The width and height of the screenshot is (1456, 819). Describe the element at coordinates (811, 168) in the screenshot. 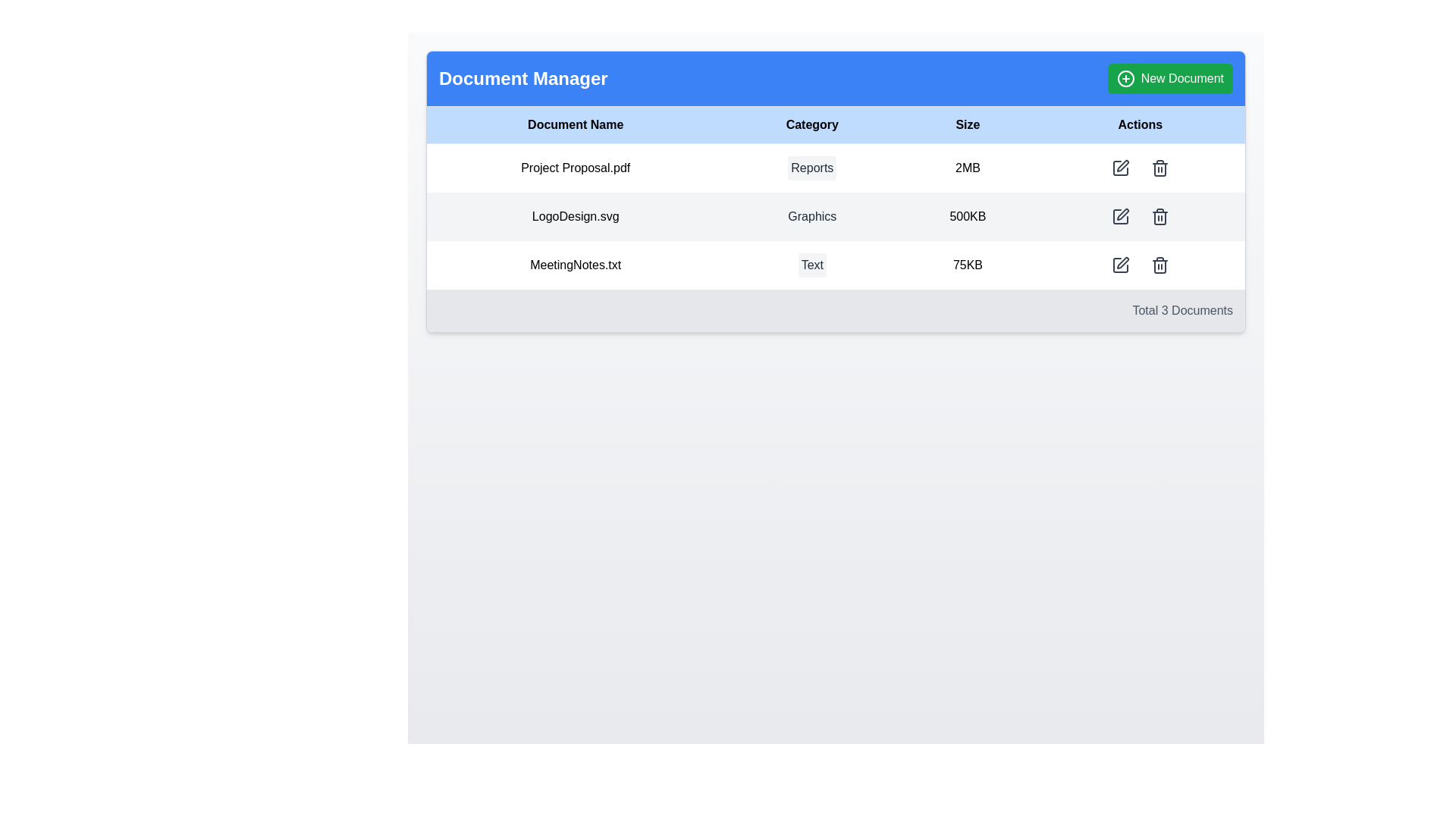

I see `the 'Reports' label, which is a small label with rounded corners, located in the second cell of the second row under the 'Category' column of the table corresponding to 'Project Proposal.pdf'` at that location.